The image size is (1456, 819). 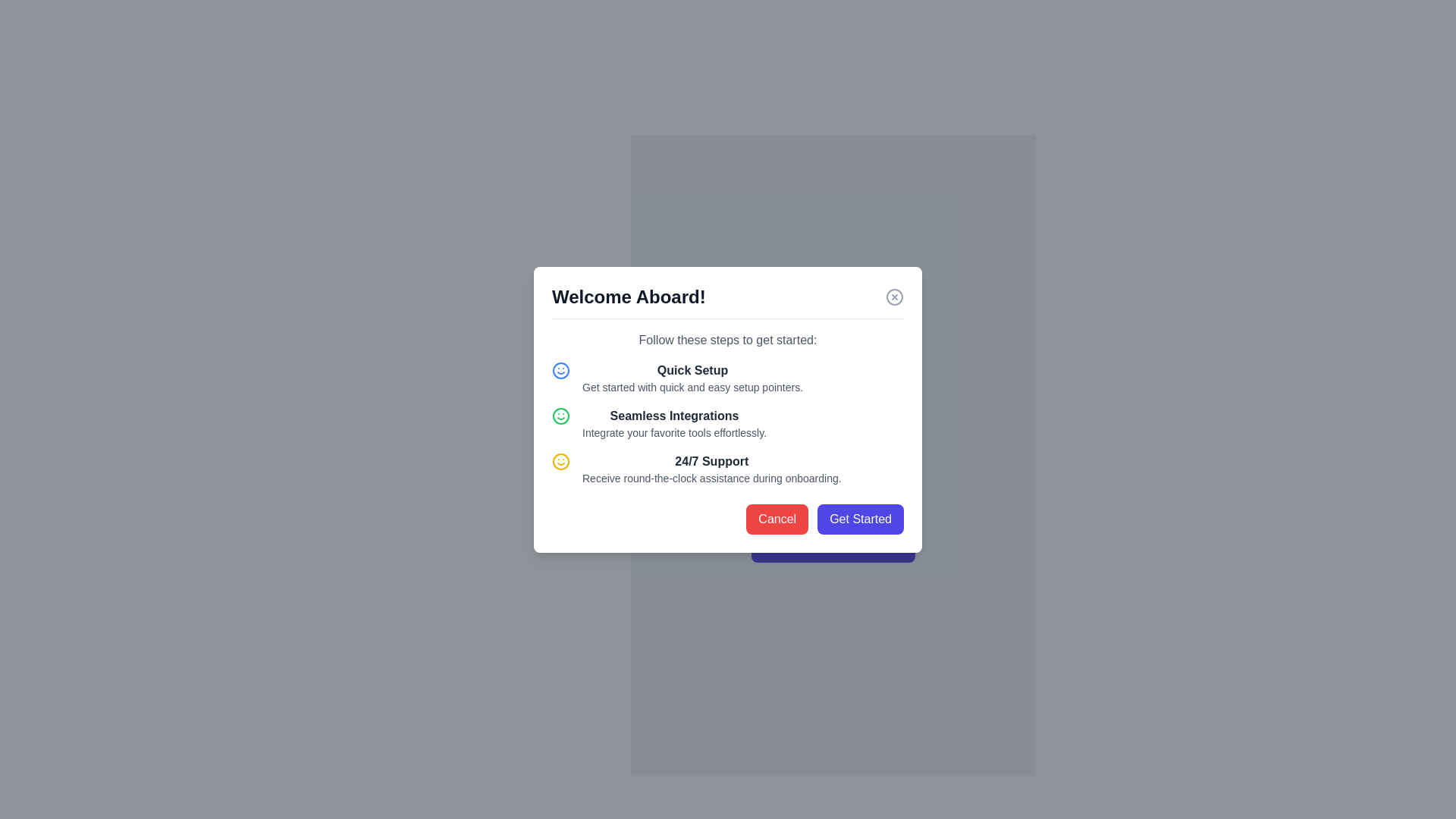 I want to click on the button labeled 'Open Onboarding Modal', so click(x=833, y=543).